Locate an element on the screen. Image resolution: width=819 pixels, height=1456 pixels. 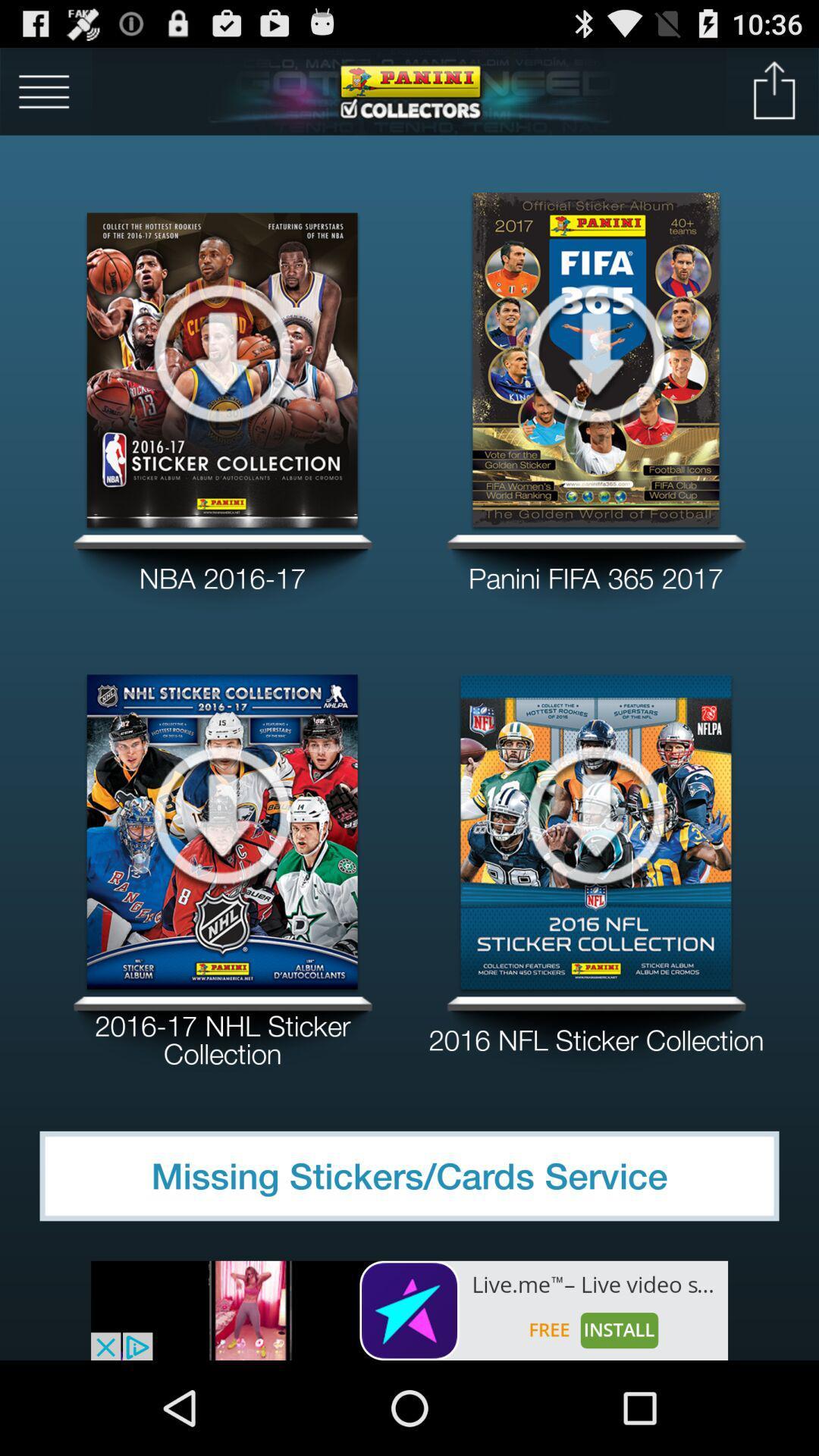
201617 nhl sticker collection is located at coordinates (222, 1034).